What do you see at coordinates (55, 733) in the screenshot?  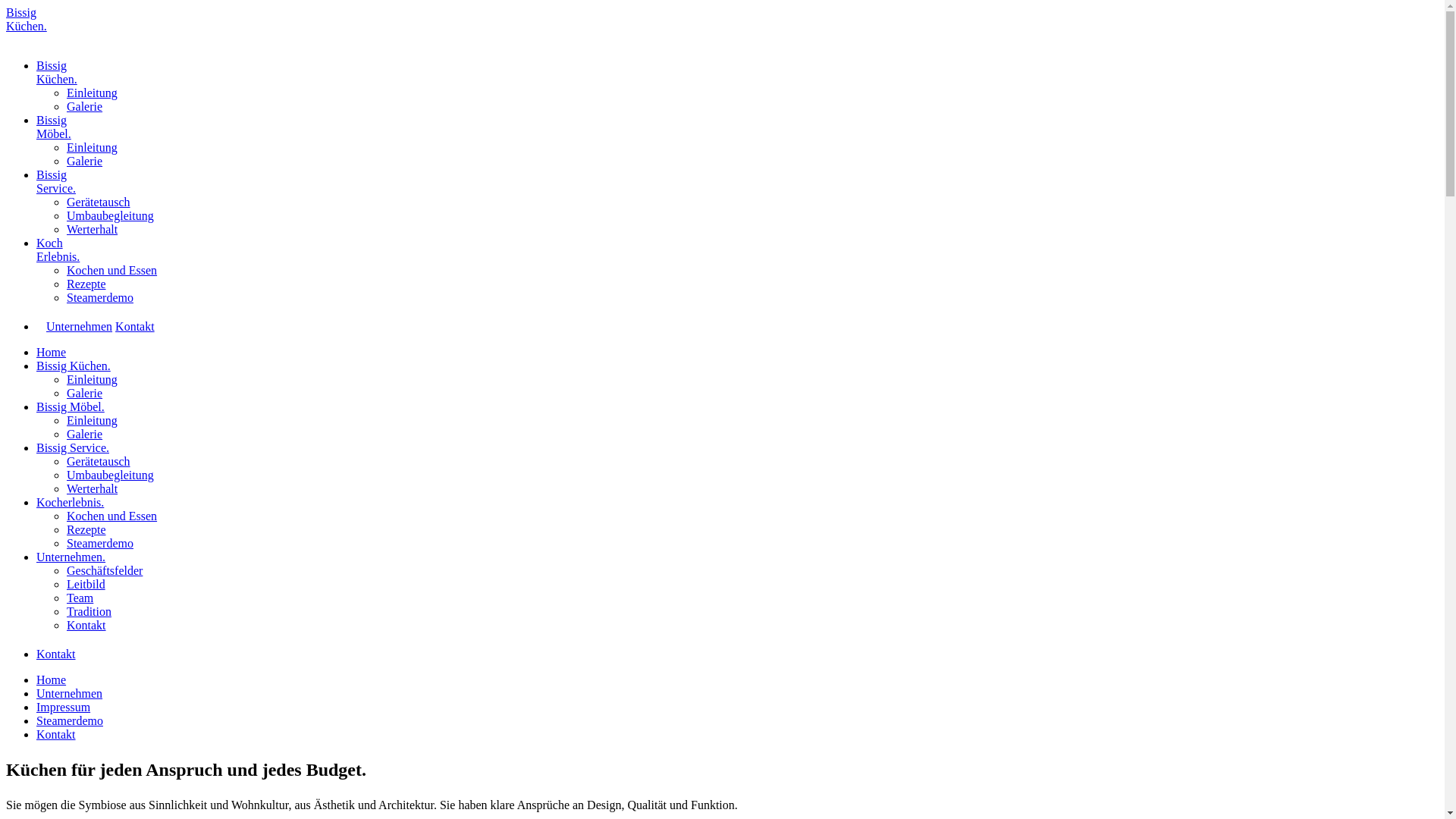 I see `'Kontakt'` at bounding box center [55, 733].